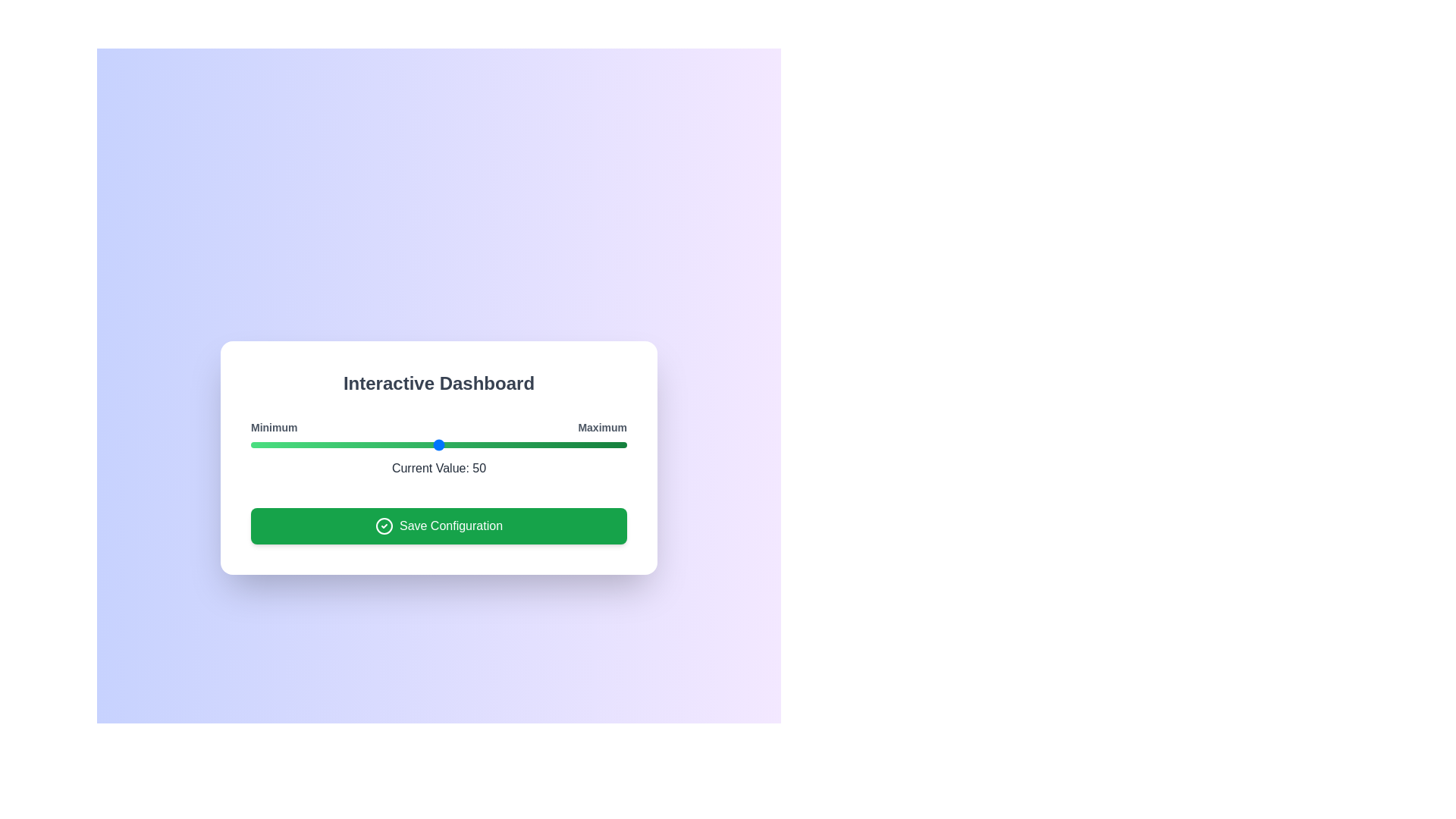 This screenshot has width=1456, height=819. What do you see at coordinates (371, 444) in the screenshot?
I see `the slider to set the value to 32` at bounding box center [371, 444].